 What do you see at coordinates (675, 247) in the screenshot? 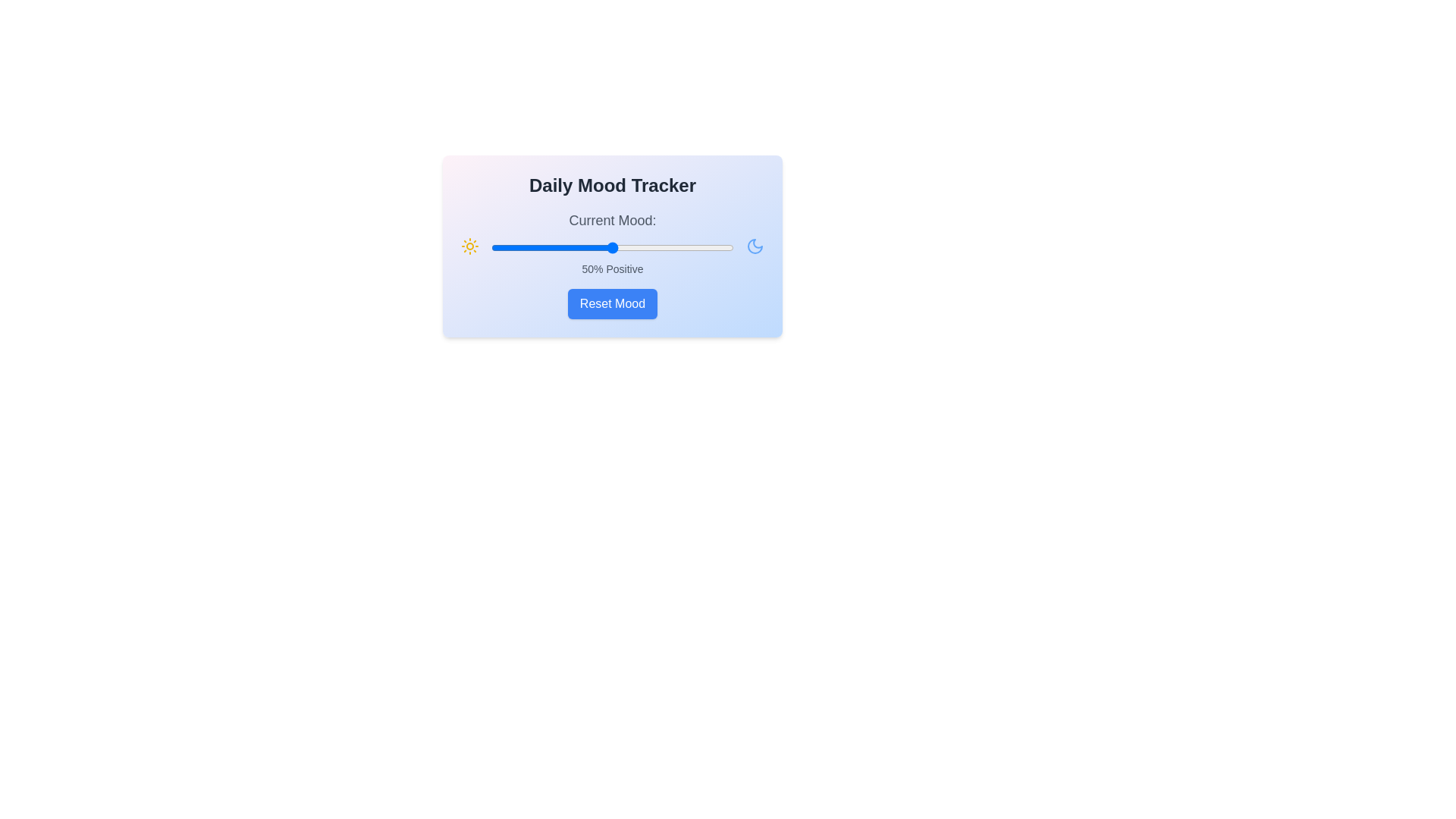
I see `the mood percentage` at bounding box center [675, 247].